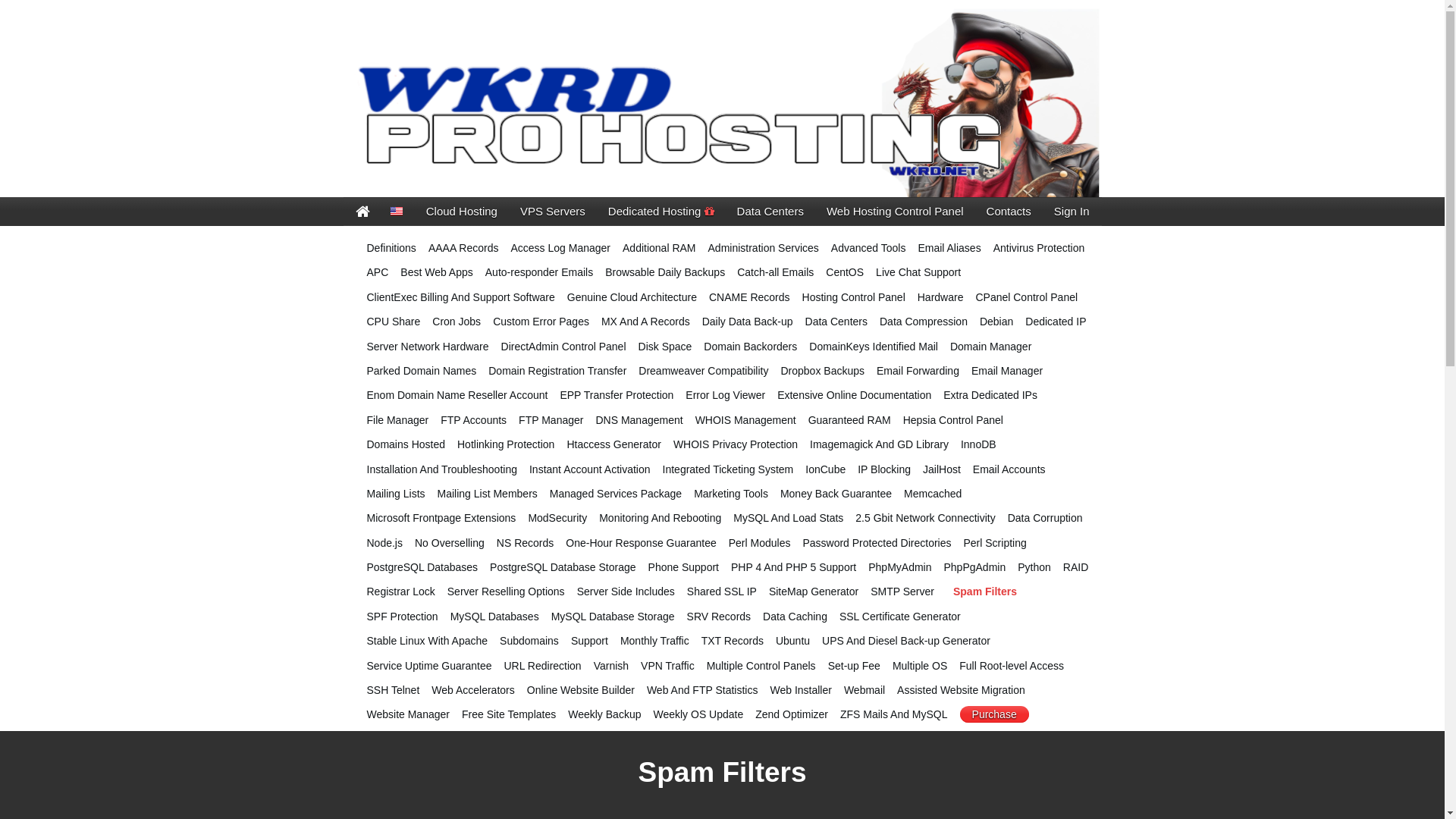  What do you see at coordinates (1009, 211) in the screenshot?
I see `'Contacts'` at bounding box center [1009, 211].